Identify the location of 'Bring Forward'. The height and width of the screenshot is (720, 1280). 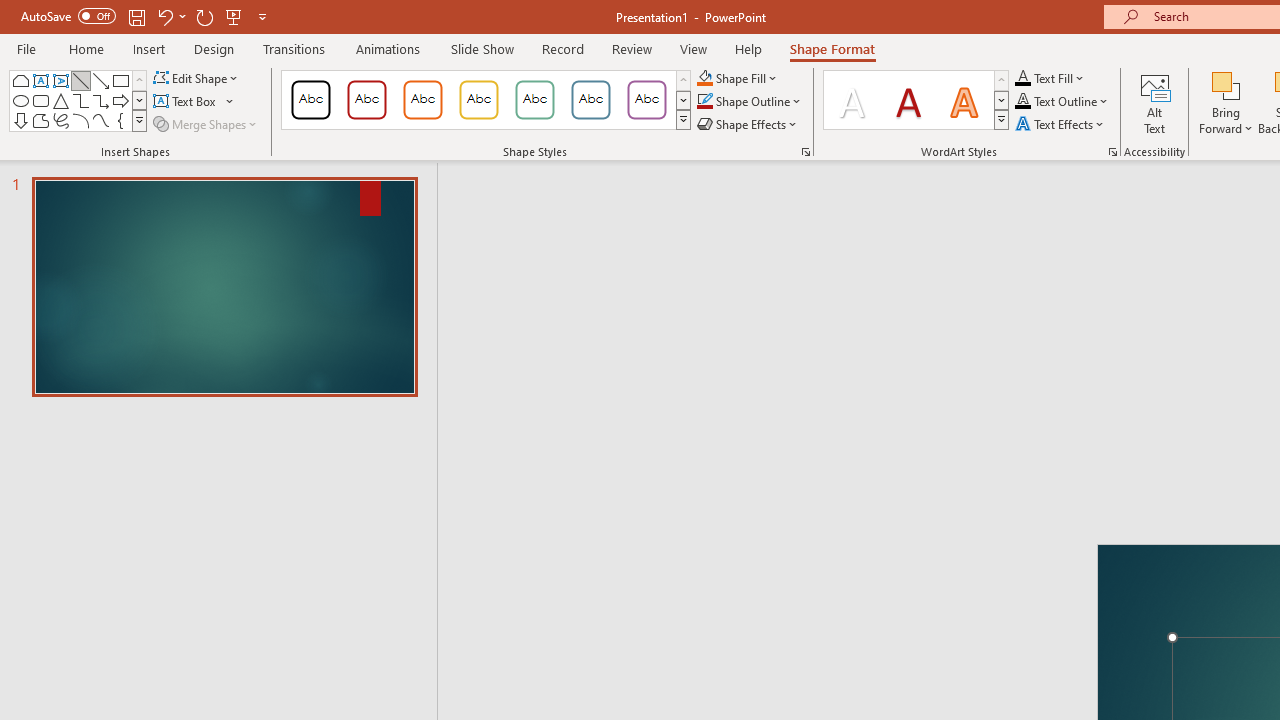
(1225, 103).